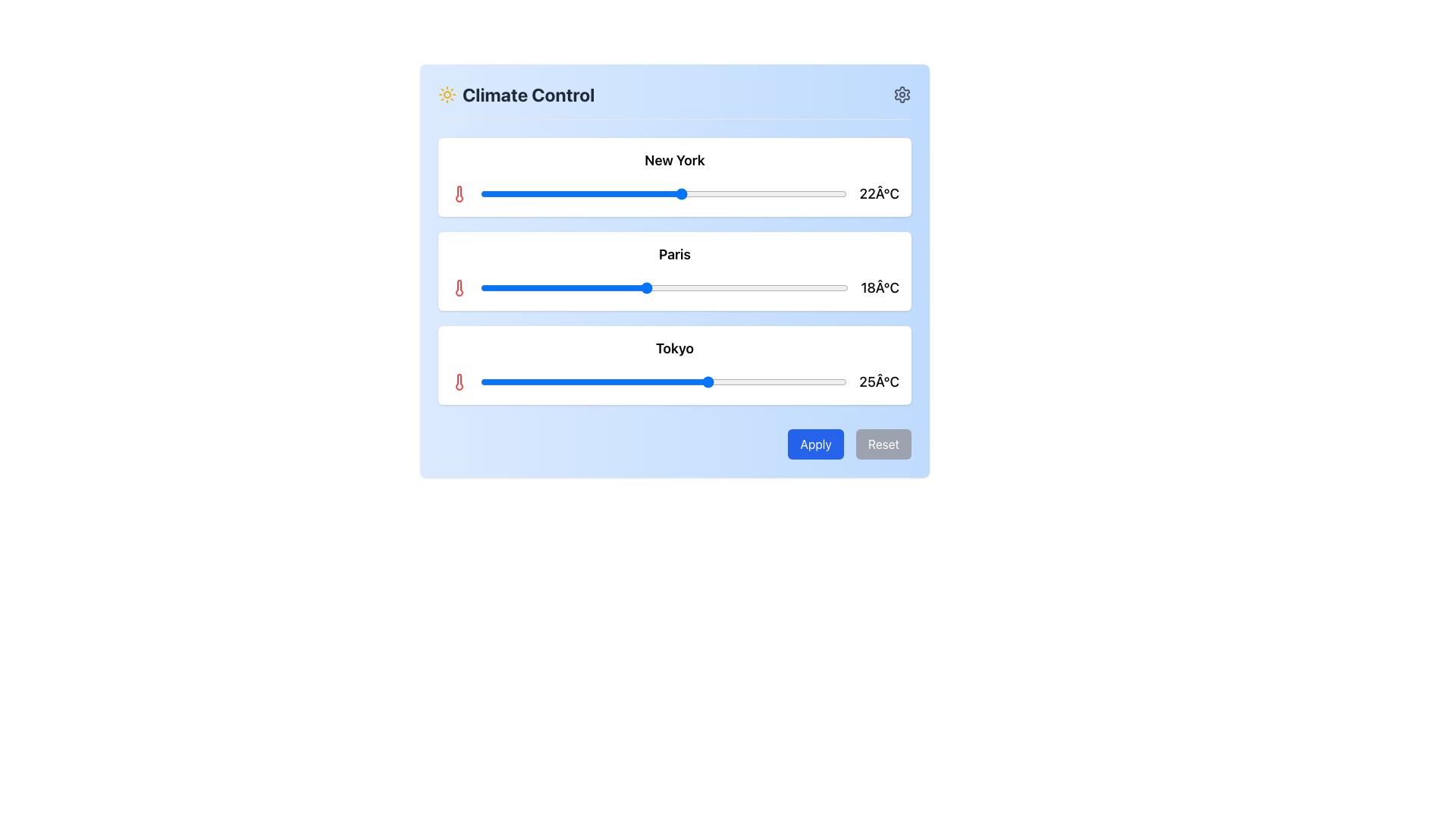 The height and width of the screenshot is (819, 1456). What do you see at coordinates (516, 94) in the screenshot?
I see `the 'Climate Control' text label, which is displayed in bold, large, gray font and located next to a yellow sun icon in the top-left section of the header bar` at bounding box center [516, 94].